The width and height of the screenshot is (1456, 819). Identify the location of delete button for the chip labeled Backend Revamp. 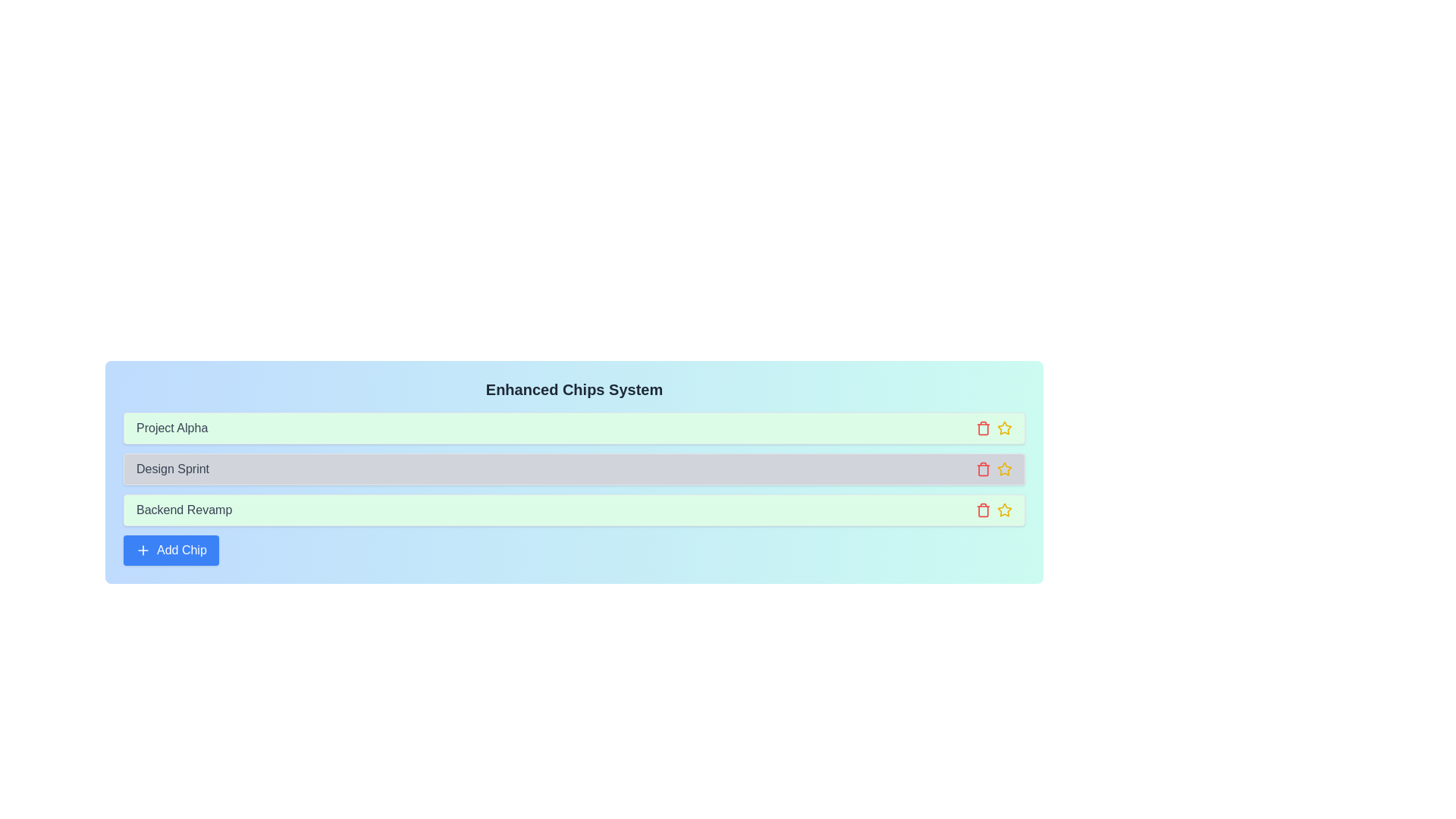
(983, 510).